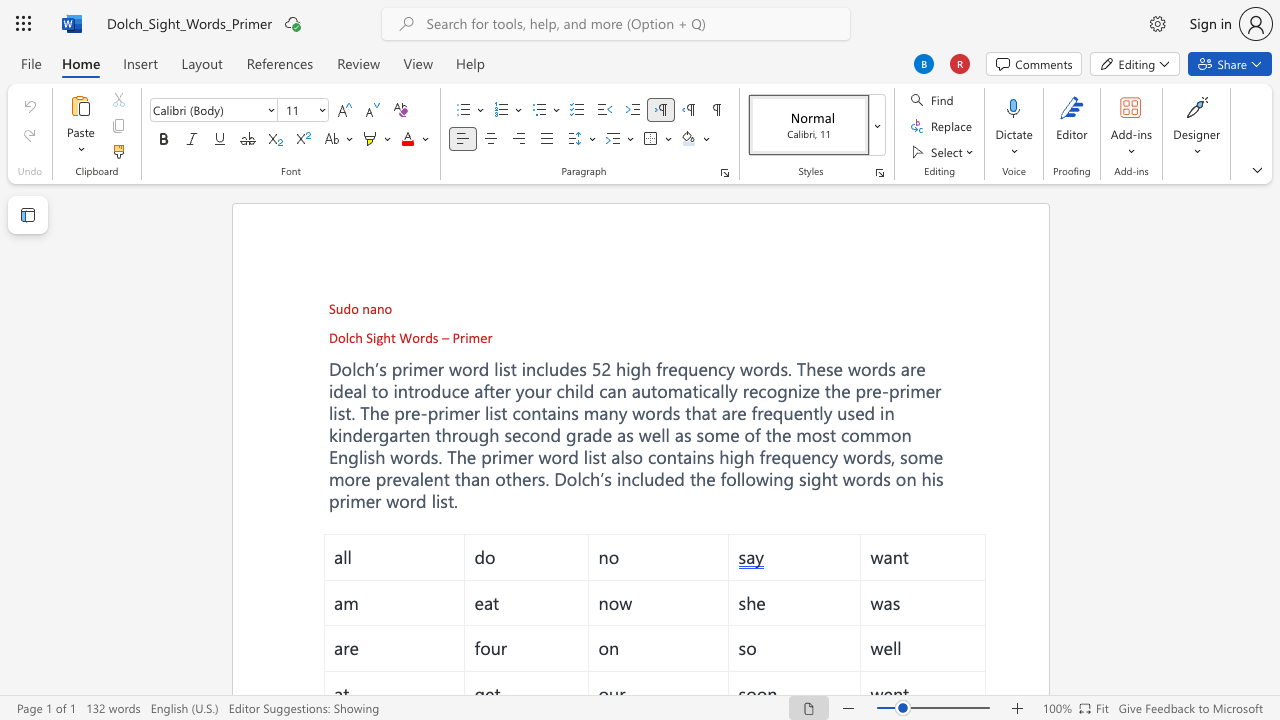 The image size is (1280, 720). Describe the element at coordinates (328, 336) in the screenshot. I see `the subset text "Dolch Sight Words – Primer" within the text "Dolch Sight Words – Primer"` at that location.